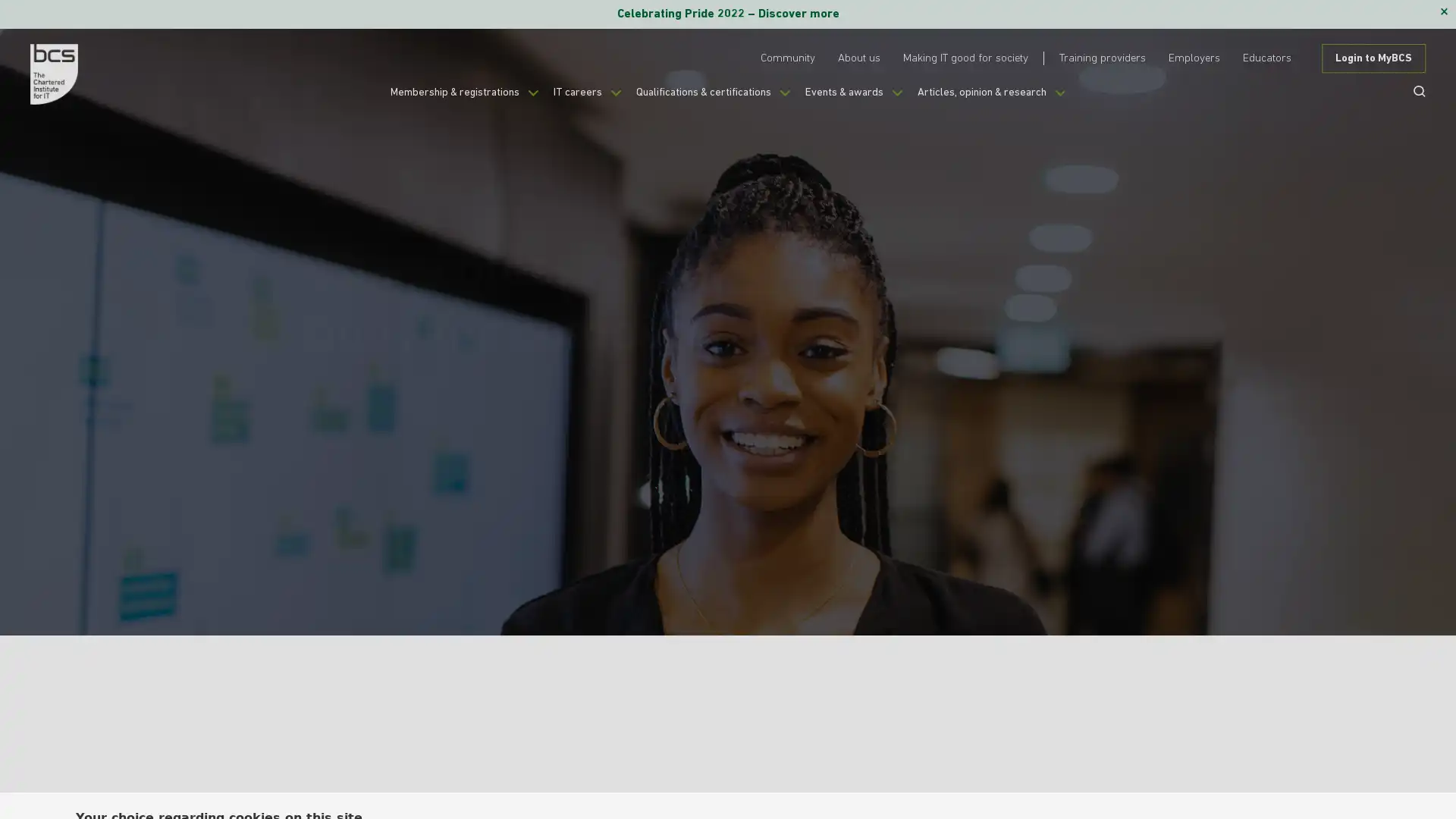  Describe the element at coordinates (573, 100) in the screenshot. I see `IT careers` at that location.